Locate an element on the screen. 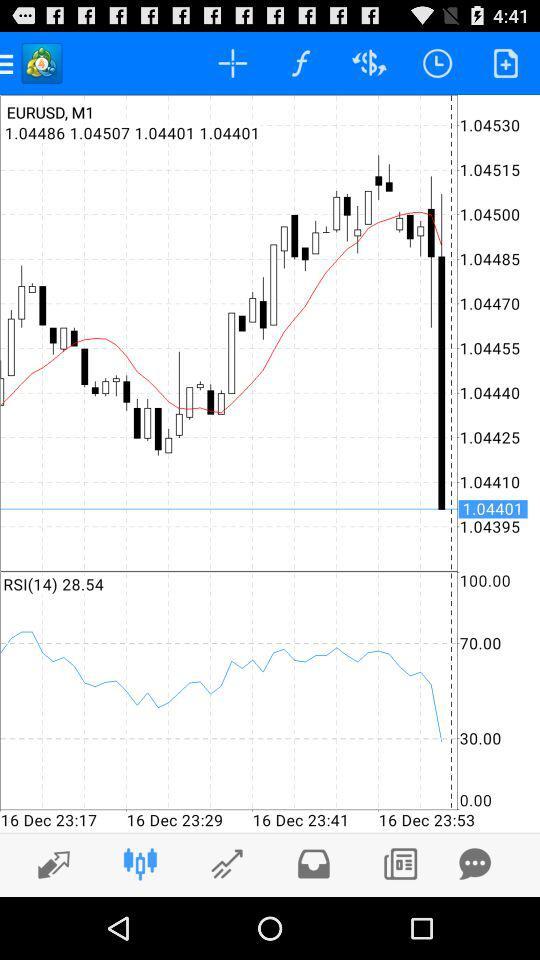 The image size is (540, 960). the chat icon is located at coordinates (474, 924).